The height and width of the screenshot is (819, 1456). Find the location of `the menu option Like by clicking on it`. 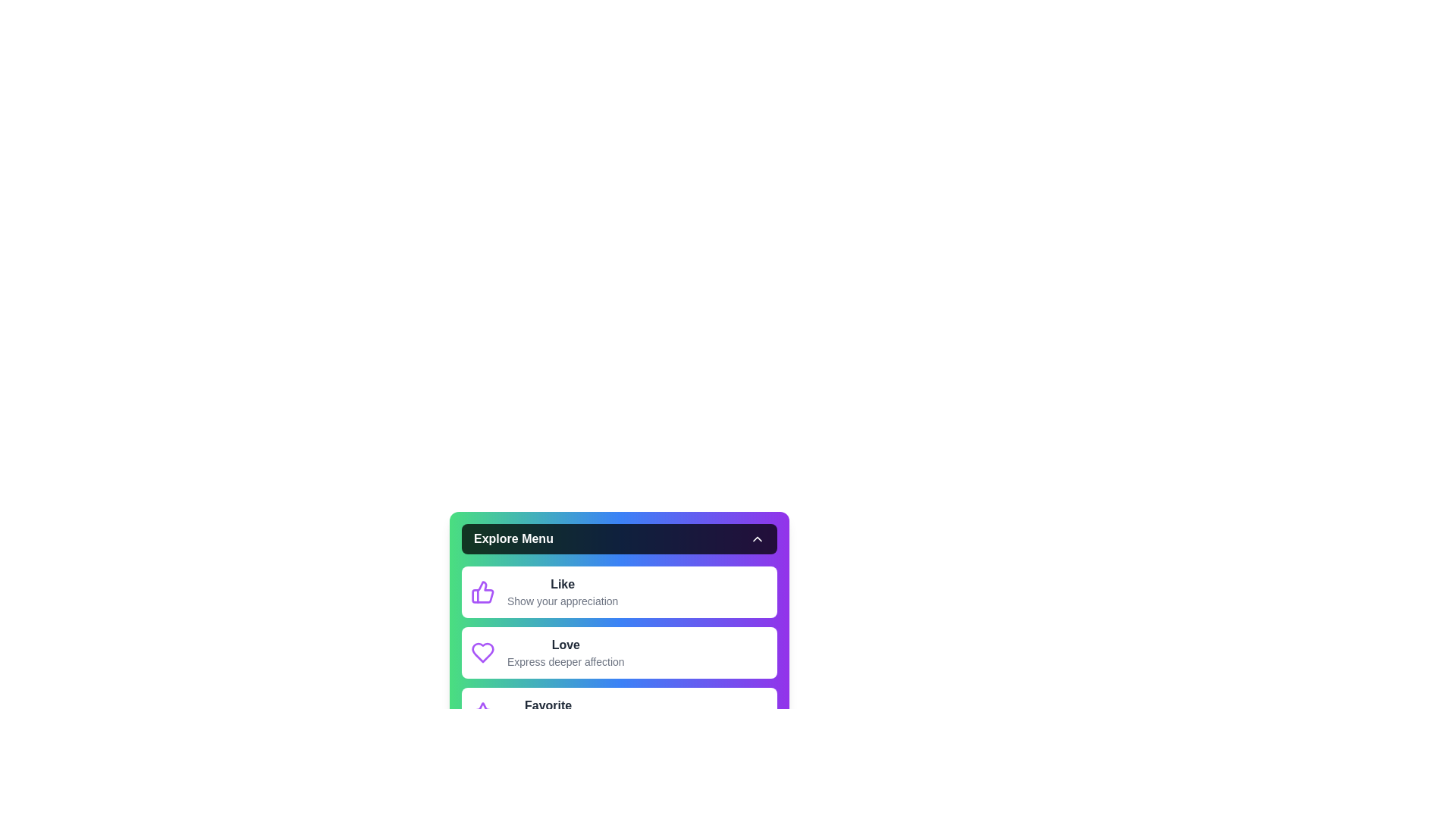

the menu option Like by clicking on it is located at coordinates (619, 591).